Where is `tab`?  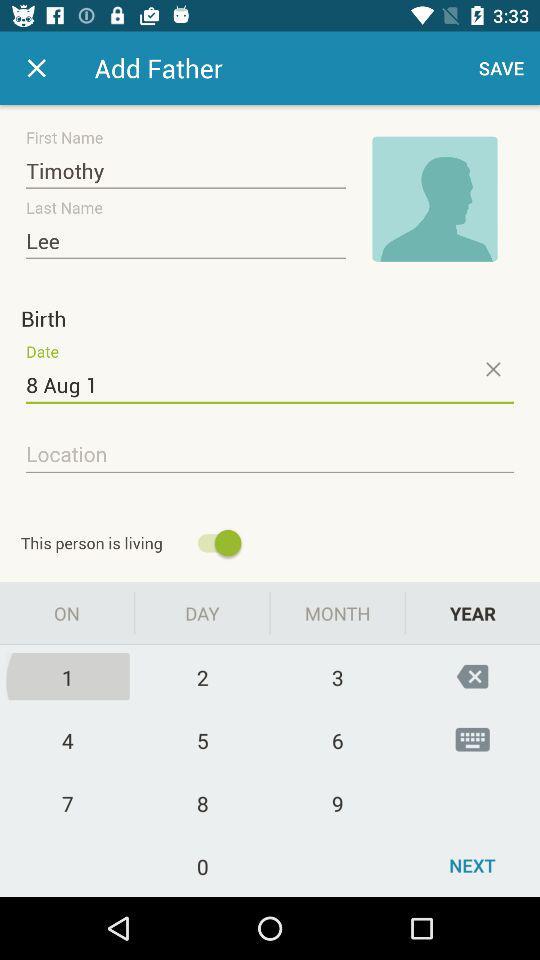
tab is located at coordinates (36, 68).